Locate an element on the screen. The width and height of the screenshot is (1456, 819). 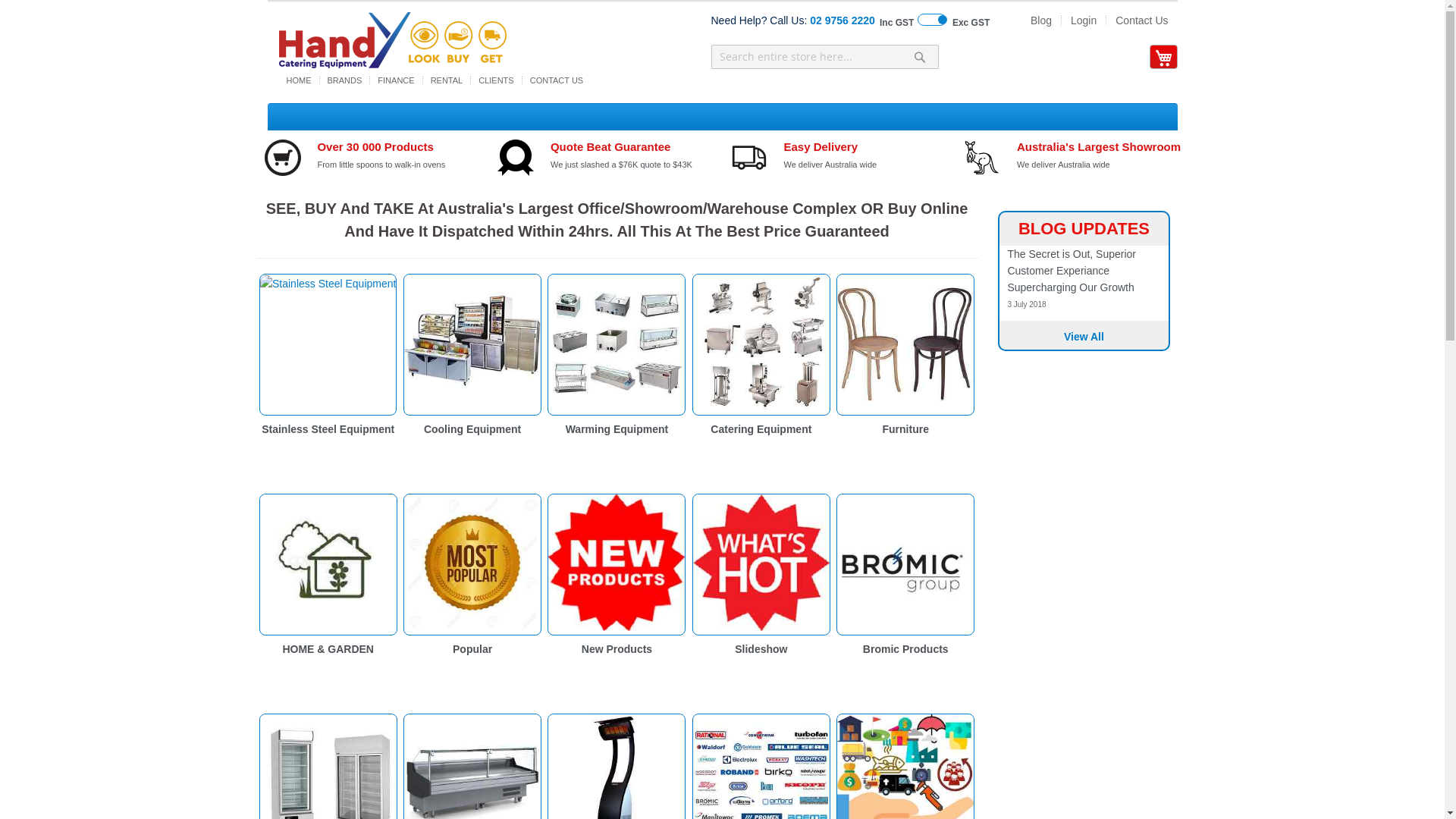
'Australia'S Largest Showroom' is located at coordinates (1099, 146).